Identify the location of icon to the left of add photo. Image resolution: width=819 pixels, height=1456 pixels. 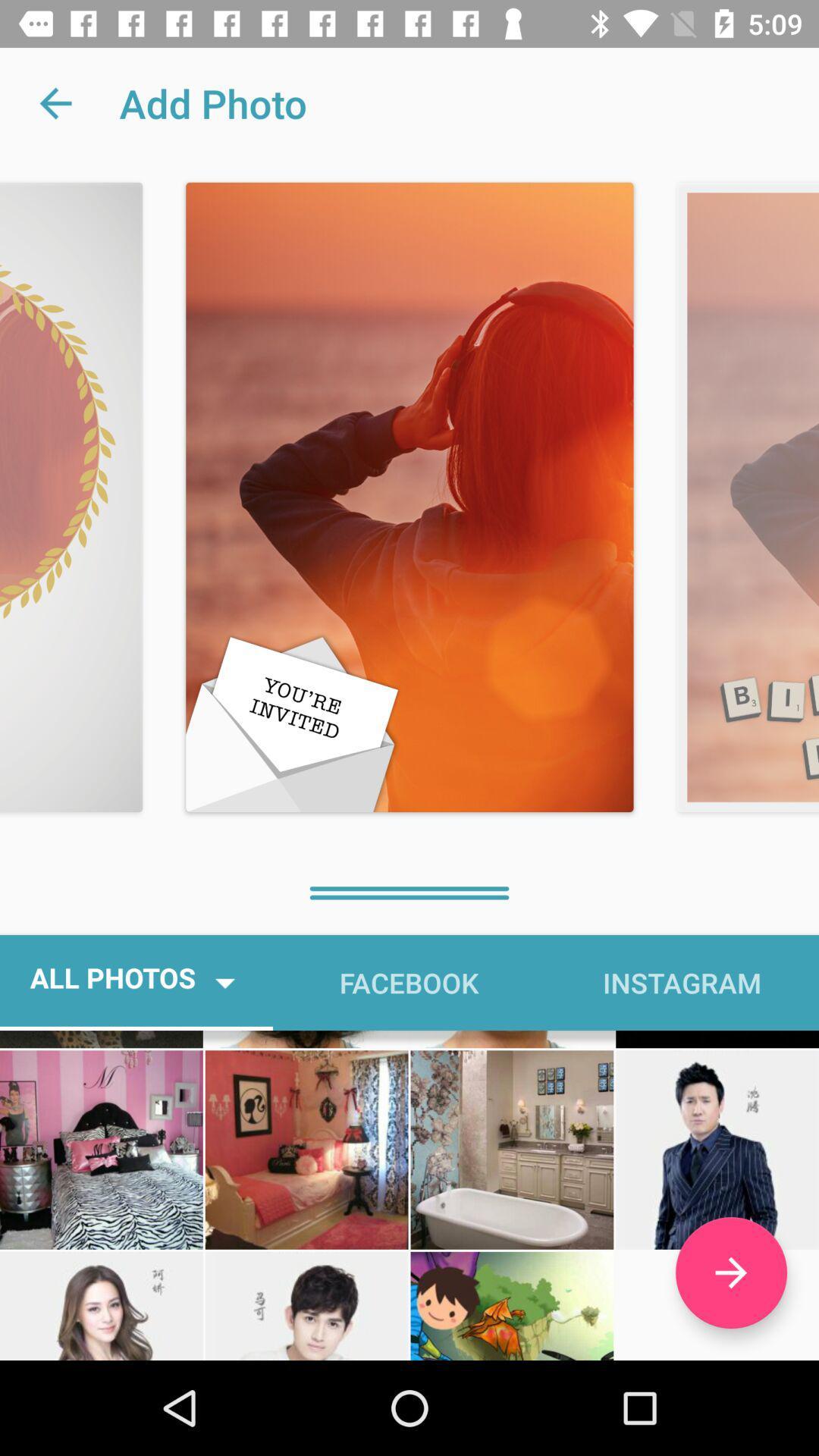
(55, 102).